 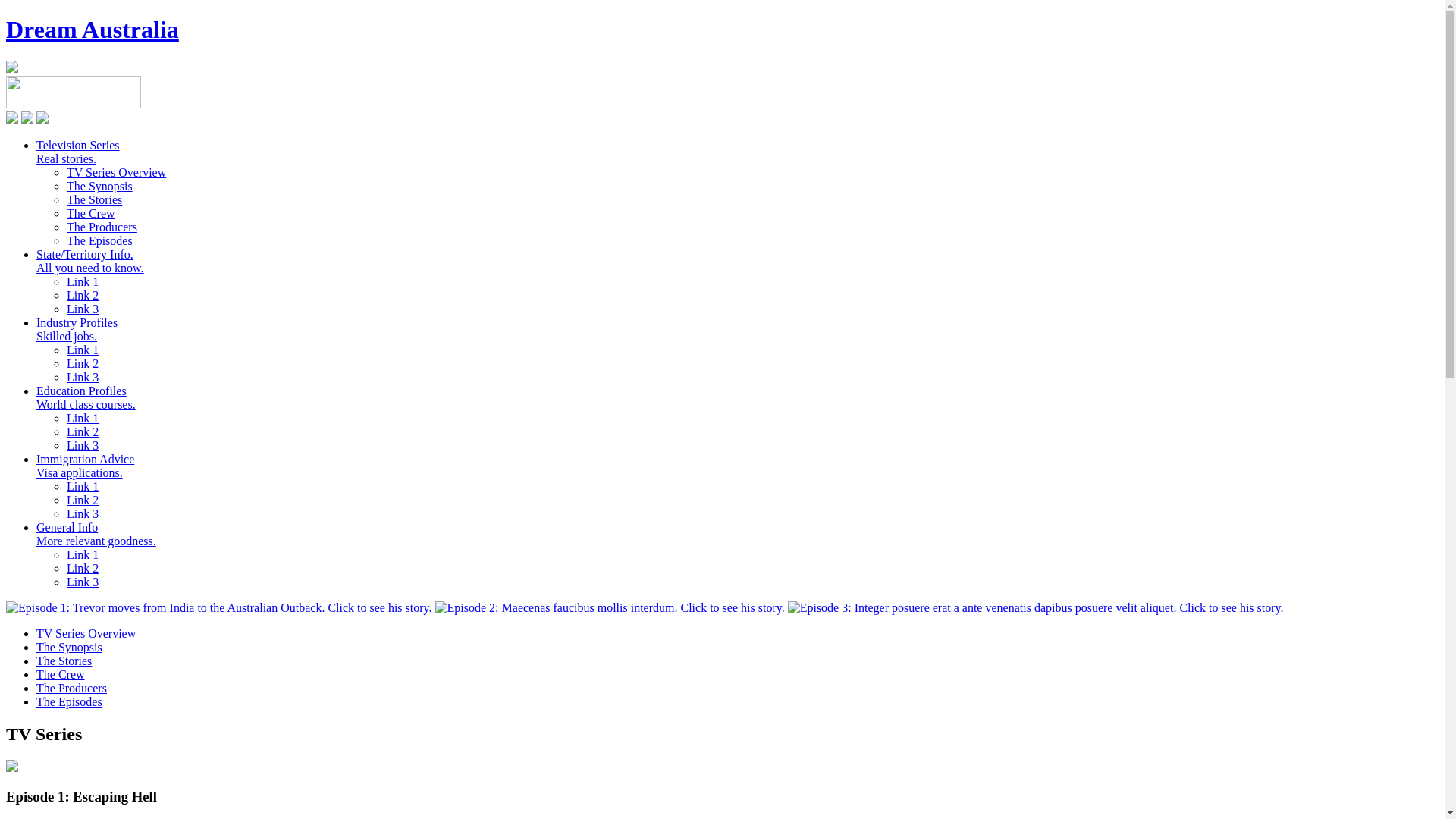 I want to click on 'Link 2', so click(x=82, y=500).